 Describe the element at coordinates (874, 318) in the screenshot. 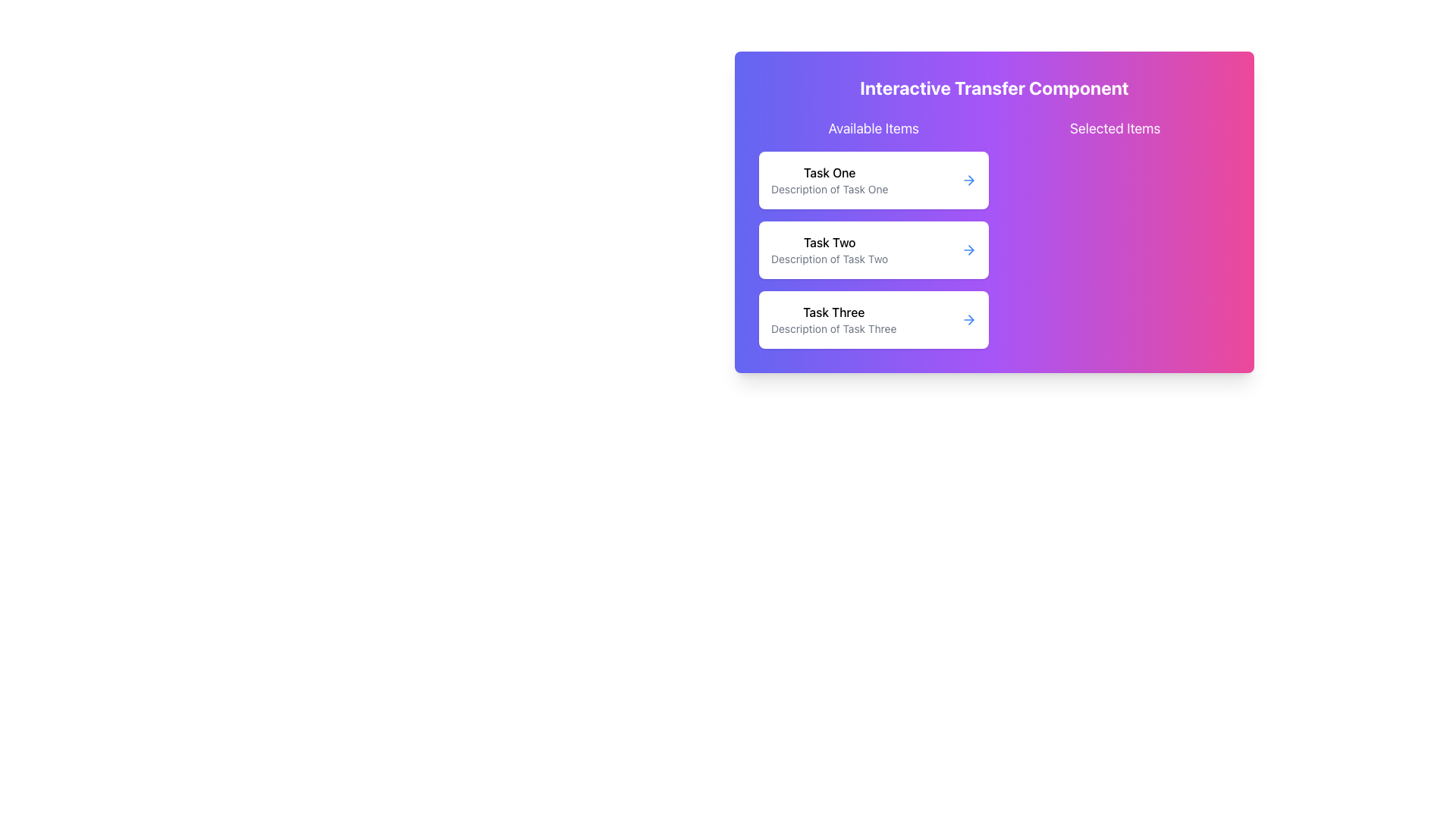

I see `the task card labeled 'Task Three' with a white background and rounded corners` at that location.